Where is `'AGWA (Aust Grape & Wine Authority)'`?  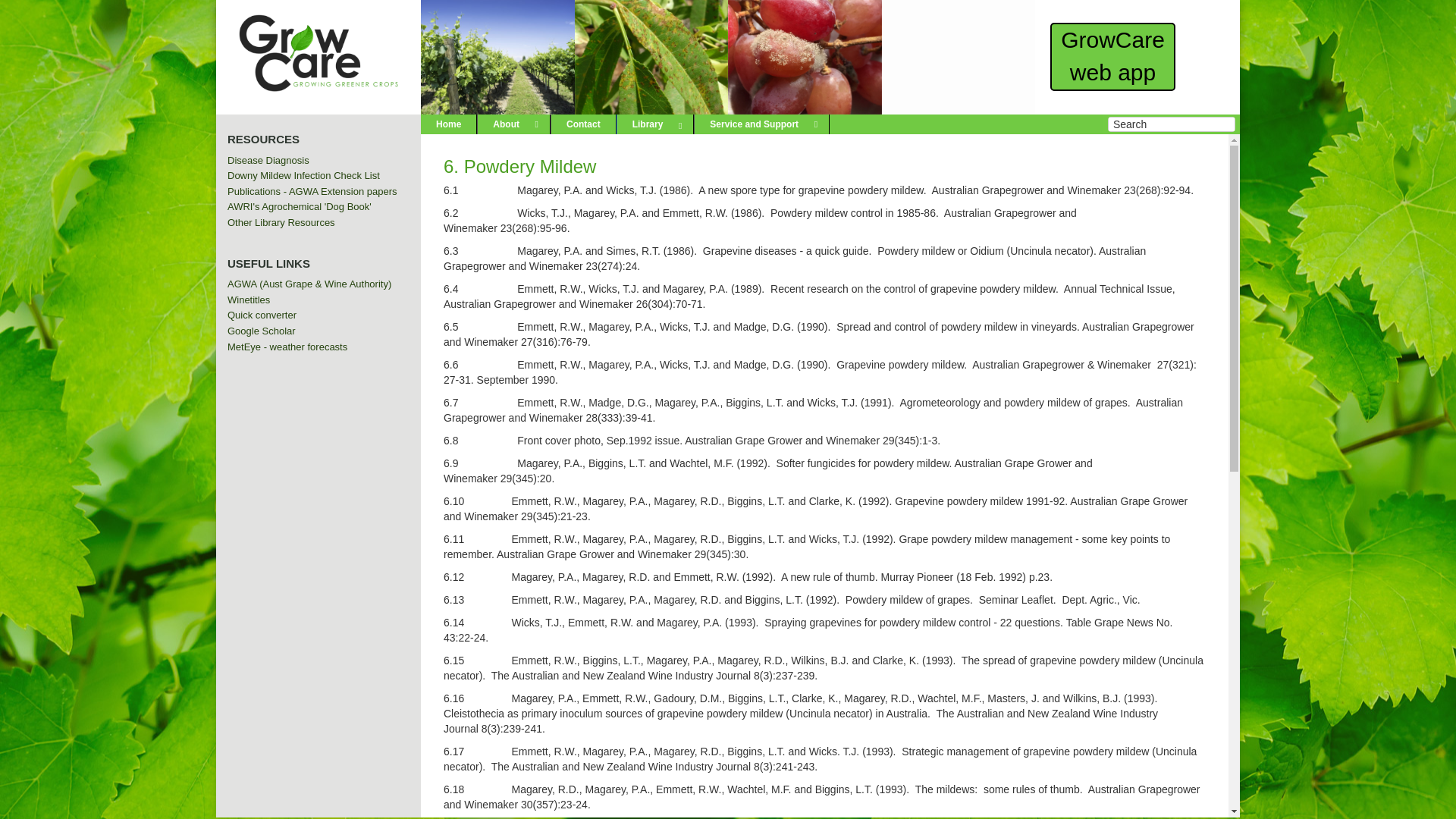
'AGWA (Aust Grape & Wine Authority)' is located at coordinates (309, 284).